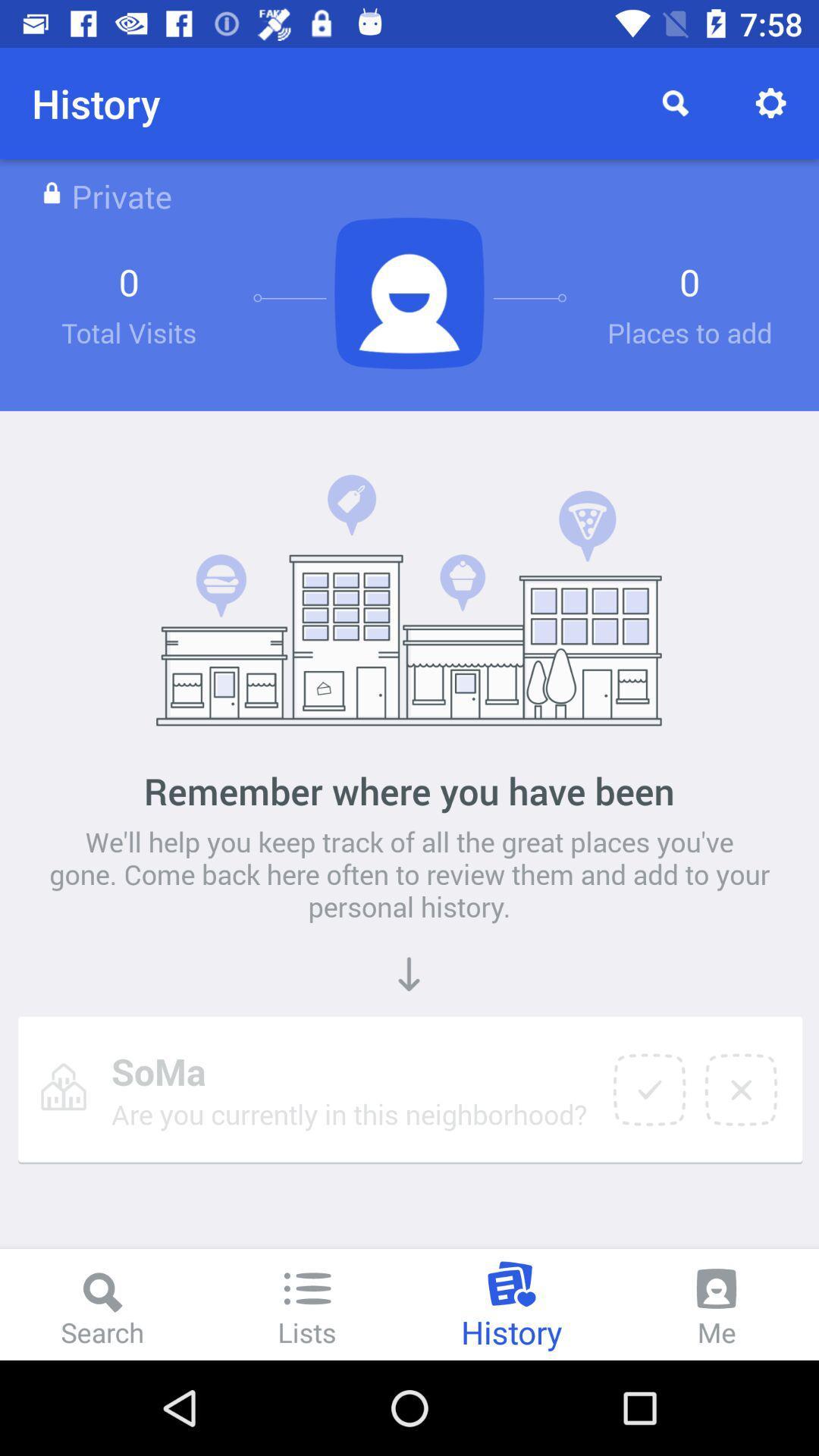 The height and width of the screenshot is (1456, 819). Describe the element at coordinates (648, 1089) in the screenshot. I see `yes` at that location.